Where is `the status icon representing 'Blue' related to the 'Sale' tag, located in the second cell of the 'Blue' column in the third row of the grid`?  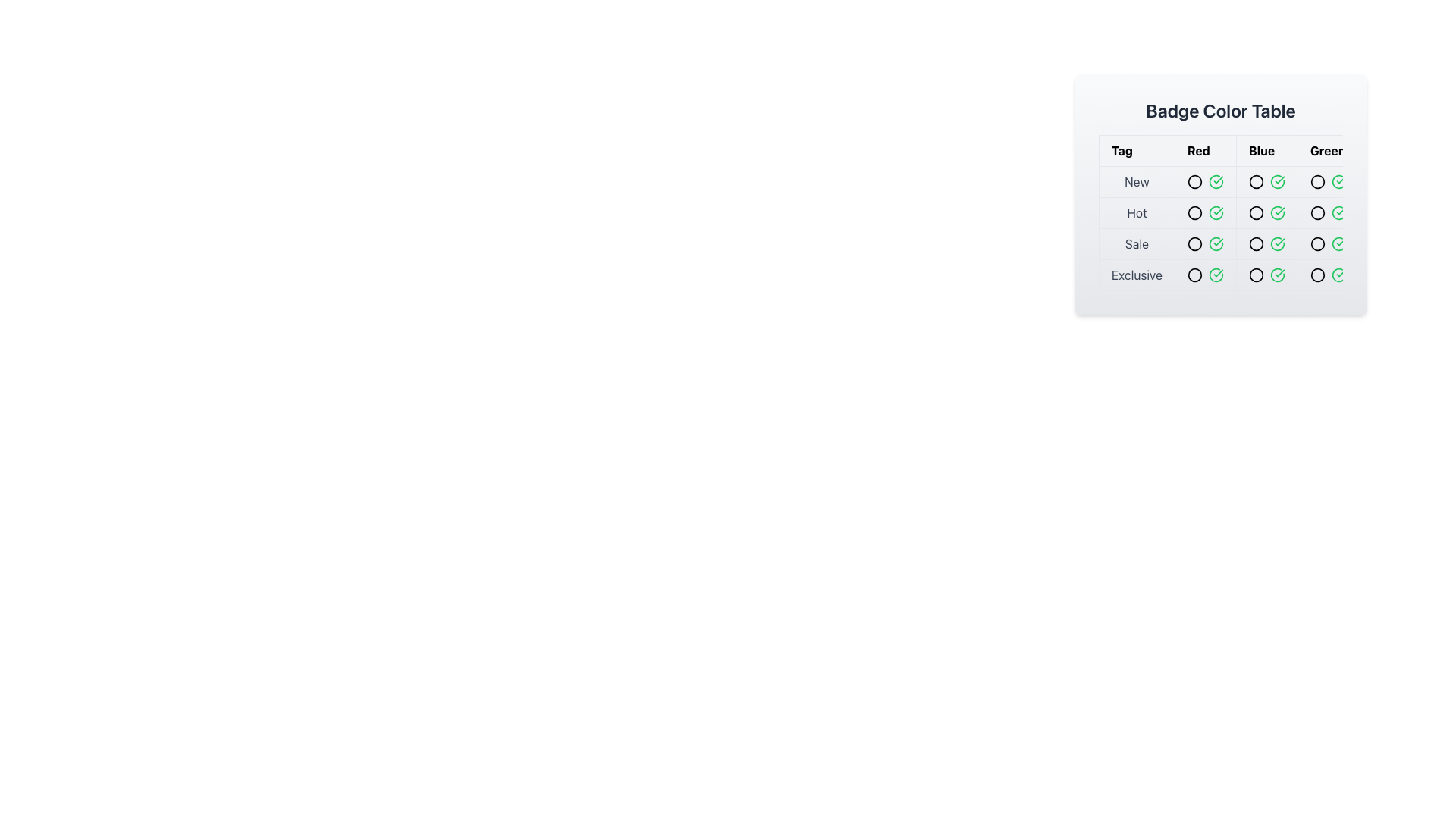 the status icon representing 'Blue' related to the 'Sale' tag, located in the second cell of the 'Blue' column in the third row of the grid is located at coordinates (1266, 243).